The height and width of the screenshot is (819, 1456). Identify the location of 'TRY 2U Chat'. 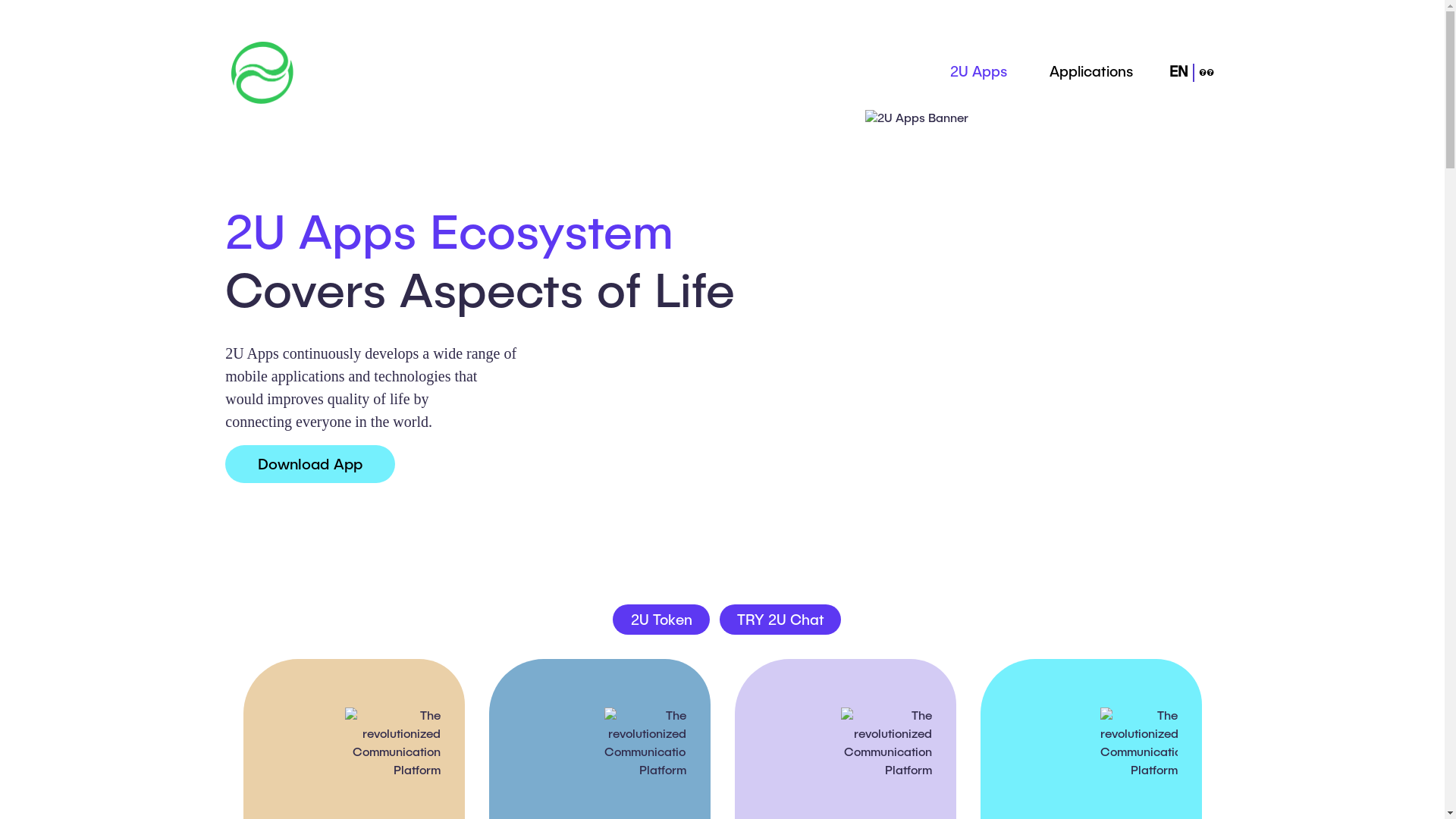
(780, 620).